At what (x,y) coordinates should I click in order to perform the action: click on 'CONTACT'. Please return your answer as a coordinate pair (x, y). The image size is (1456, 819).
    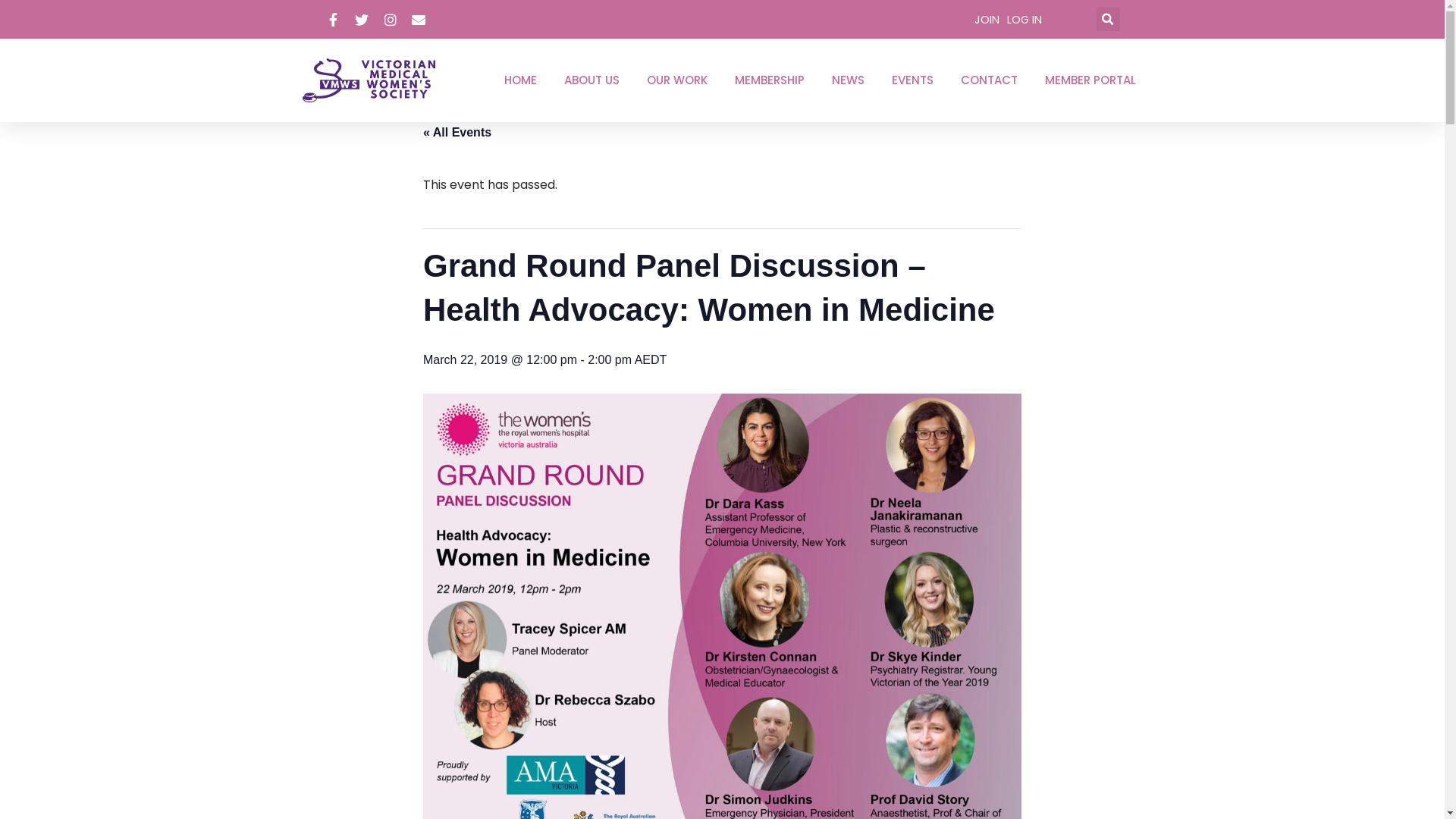
    Looking at the image, I should click on (953, 80).